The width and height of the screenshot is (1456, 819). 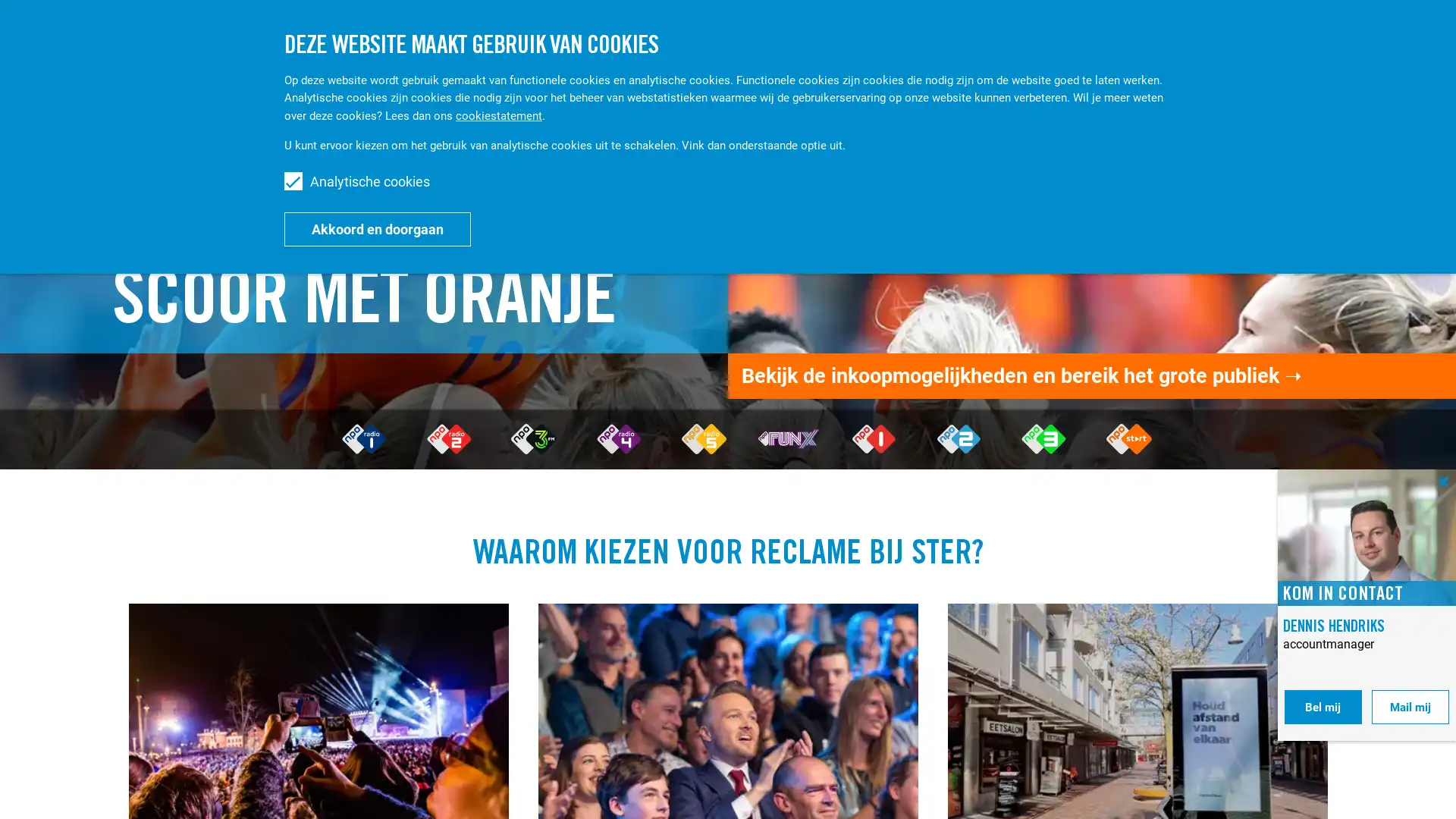 What do you see at coordinates (1299, 36) in the screenshot?
I see `Zoeken` at bounding box center [1299, 36].